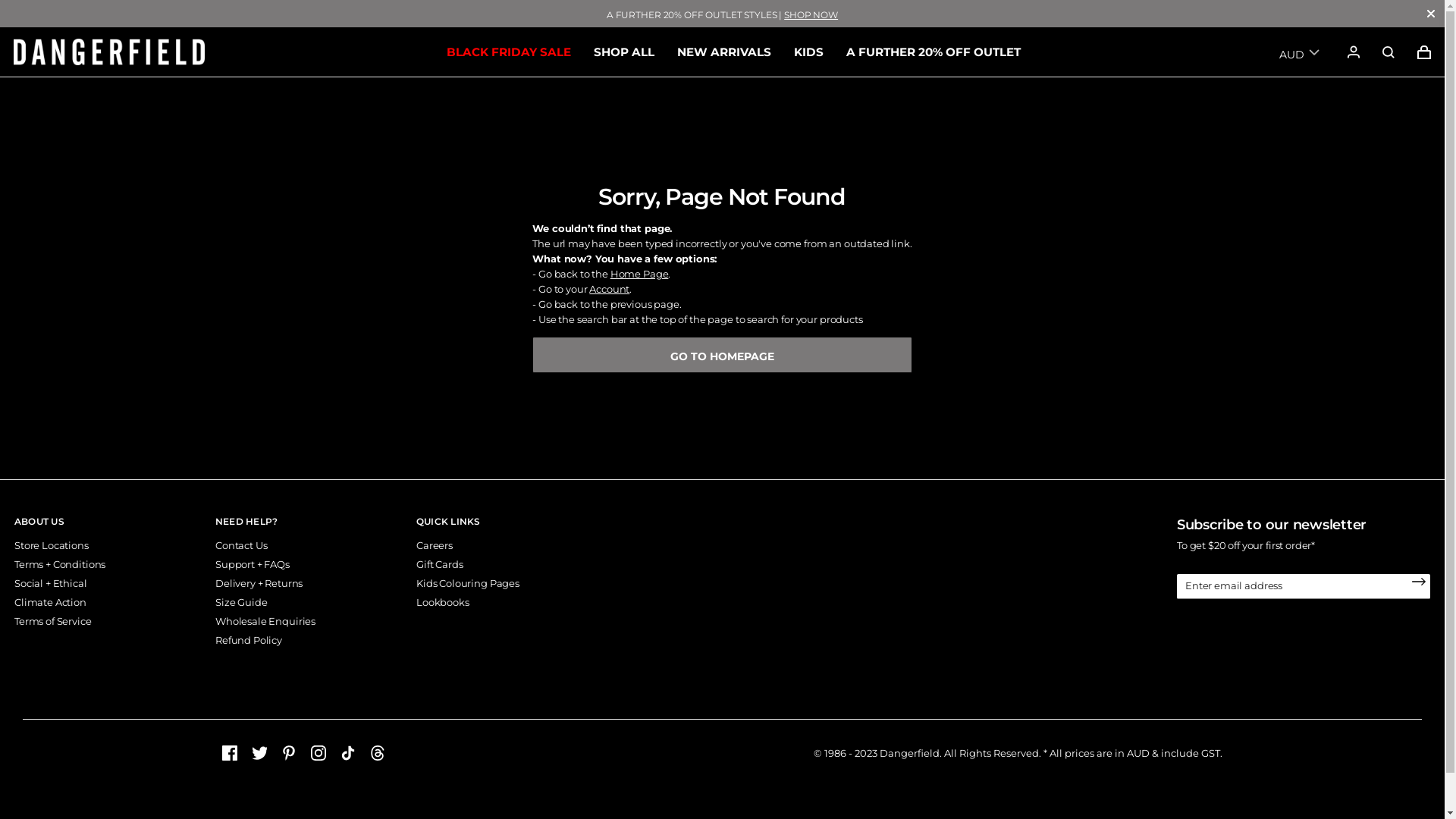 Image resolution: width=1456 pixels, height=819 pixels. Describe the element at coordinates (248, 640) in the screenshot. I see `'Refund Policy'` at that location.